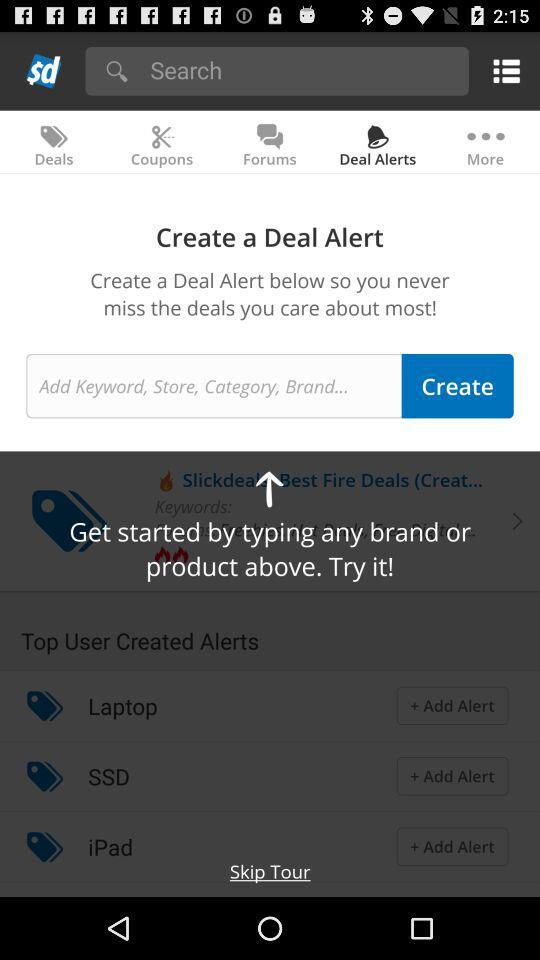  Describe the element at coordinates (270, 591) in the screenshot. I see `the item below get started by` at that location.